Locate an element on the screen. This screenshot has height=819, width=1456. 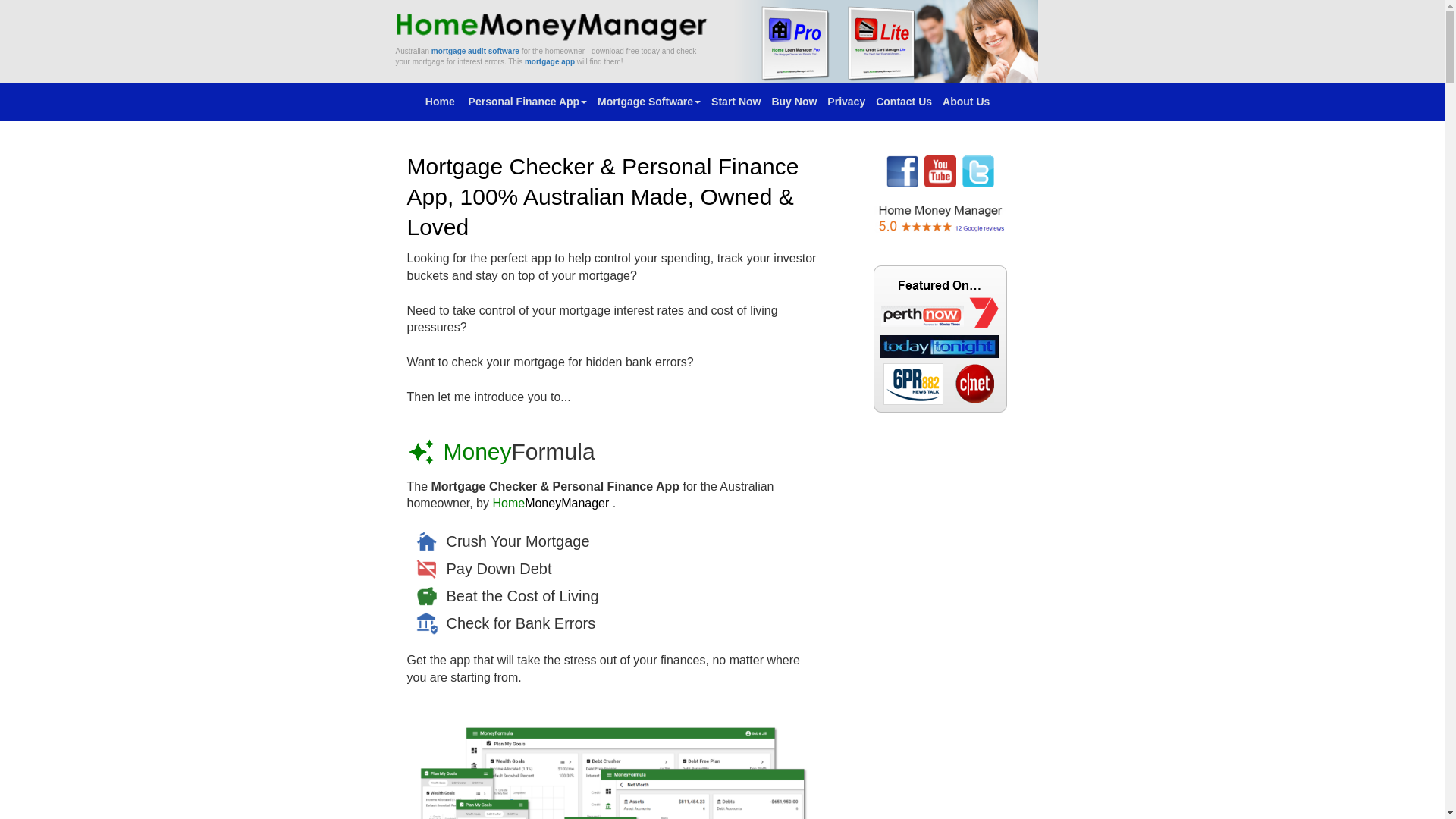
'mortgage audit software' is located at coordinates (431, 50).